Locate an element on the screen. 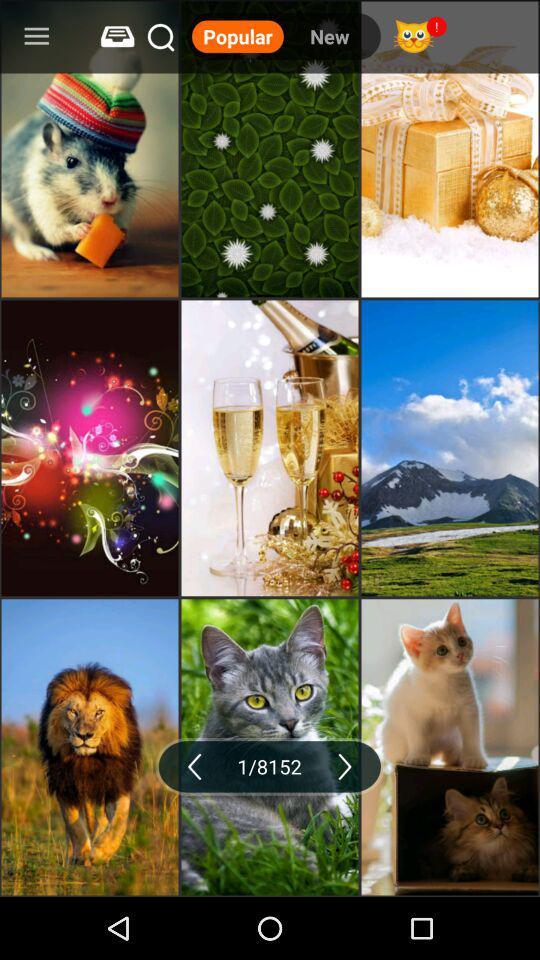 This screenshot has width=540, height=960. the popular icon is located at coordinates (237, 35).